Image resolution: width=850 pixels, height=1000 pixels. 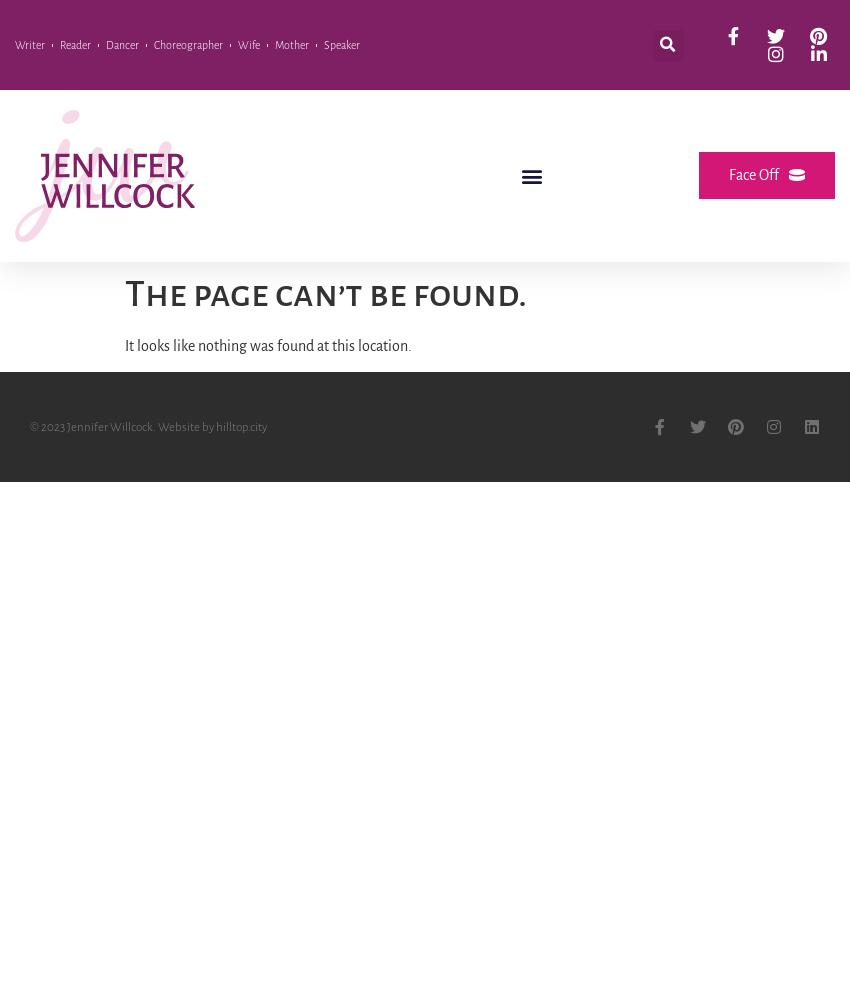 I want to click on '© 2023 Jennifer Willcock. Website by', so click(x=121, y=426).